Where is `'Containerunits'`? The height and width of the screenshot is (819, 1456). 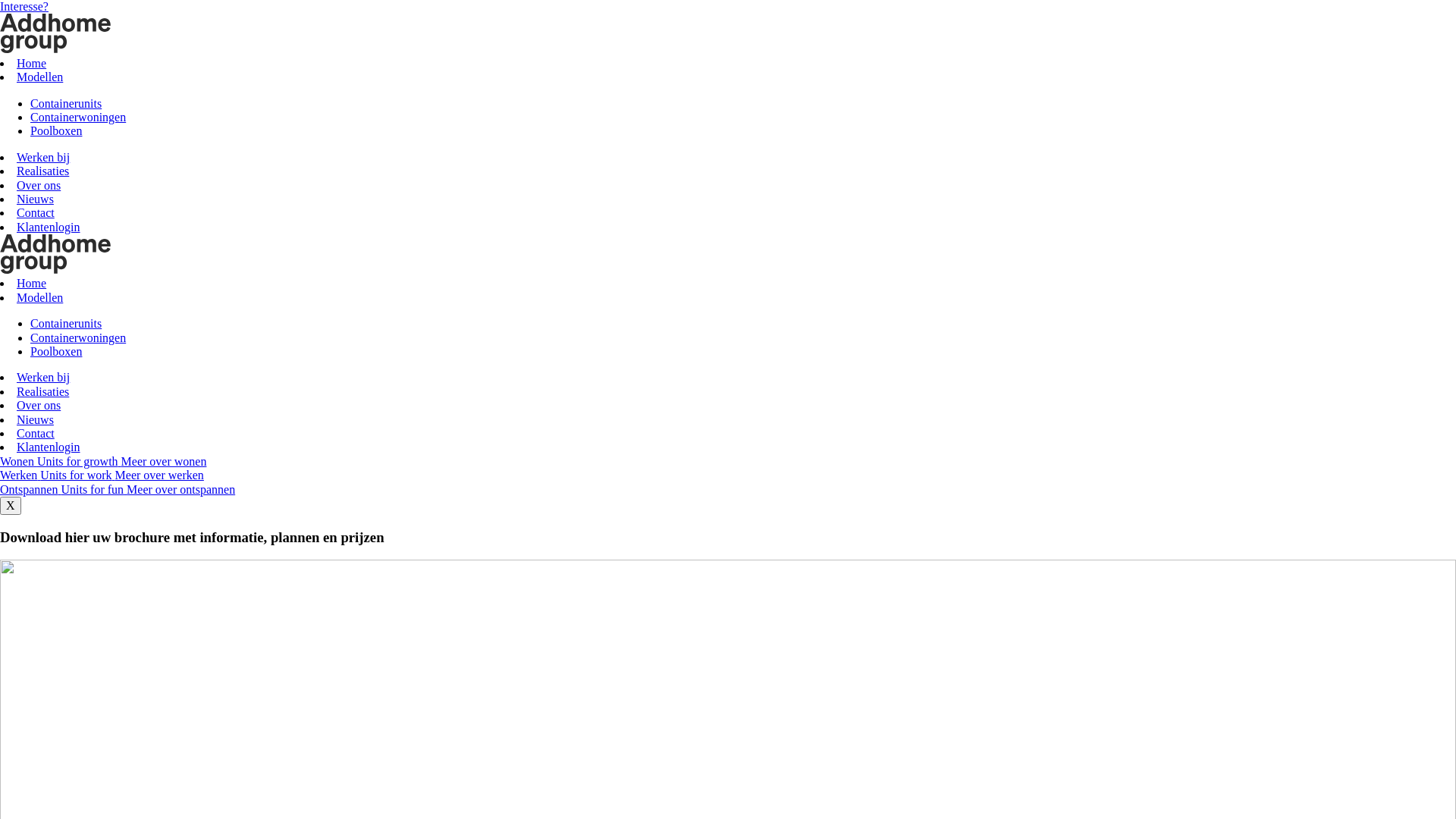 'Containerunits' is located at coordinates (64, 322).